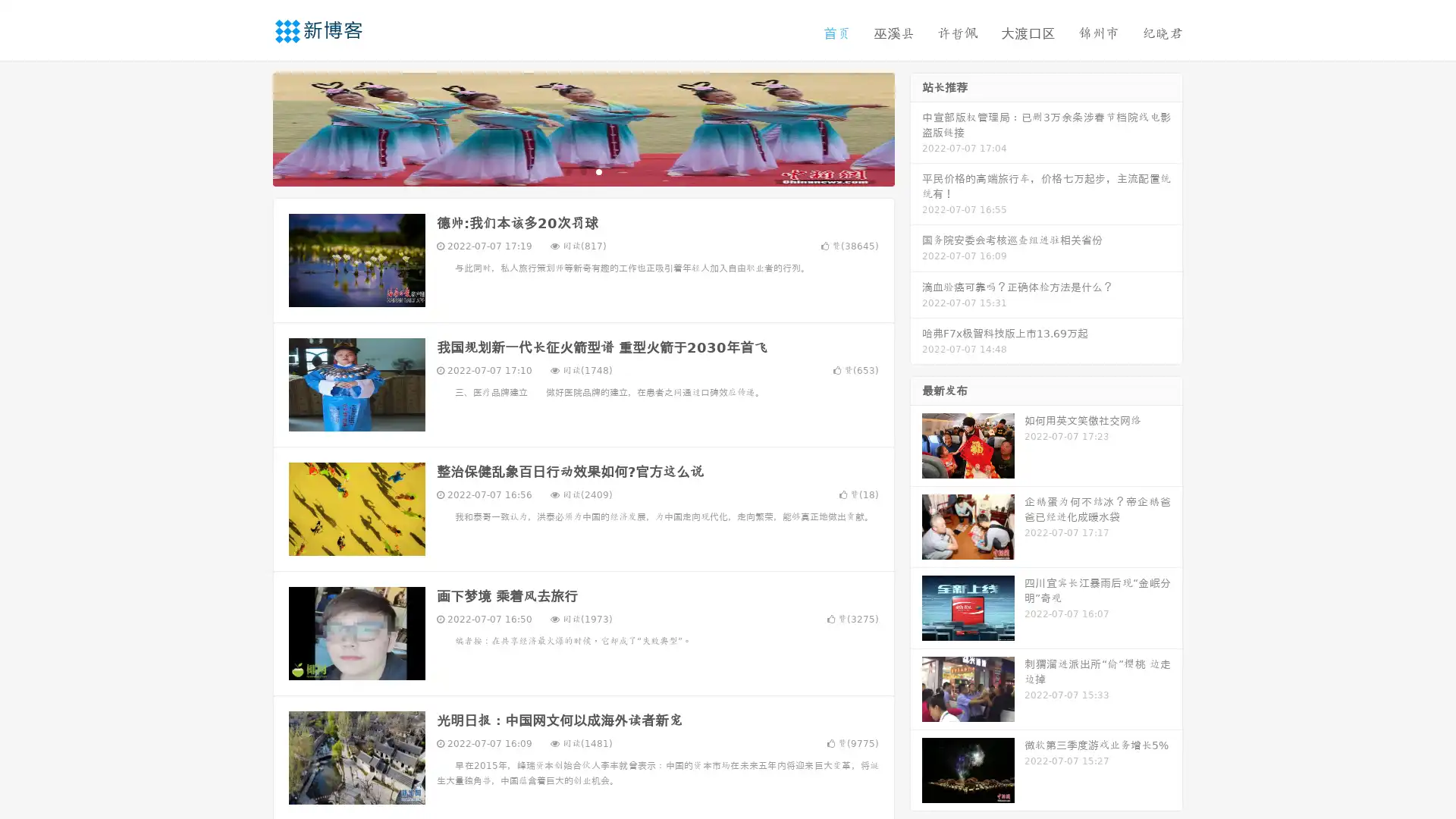  What do you see at coordinates (916, 127) in the screenshot?
I see `Next slide` at bounding box center [916, 127].